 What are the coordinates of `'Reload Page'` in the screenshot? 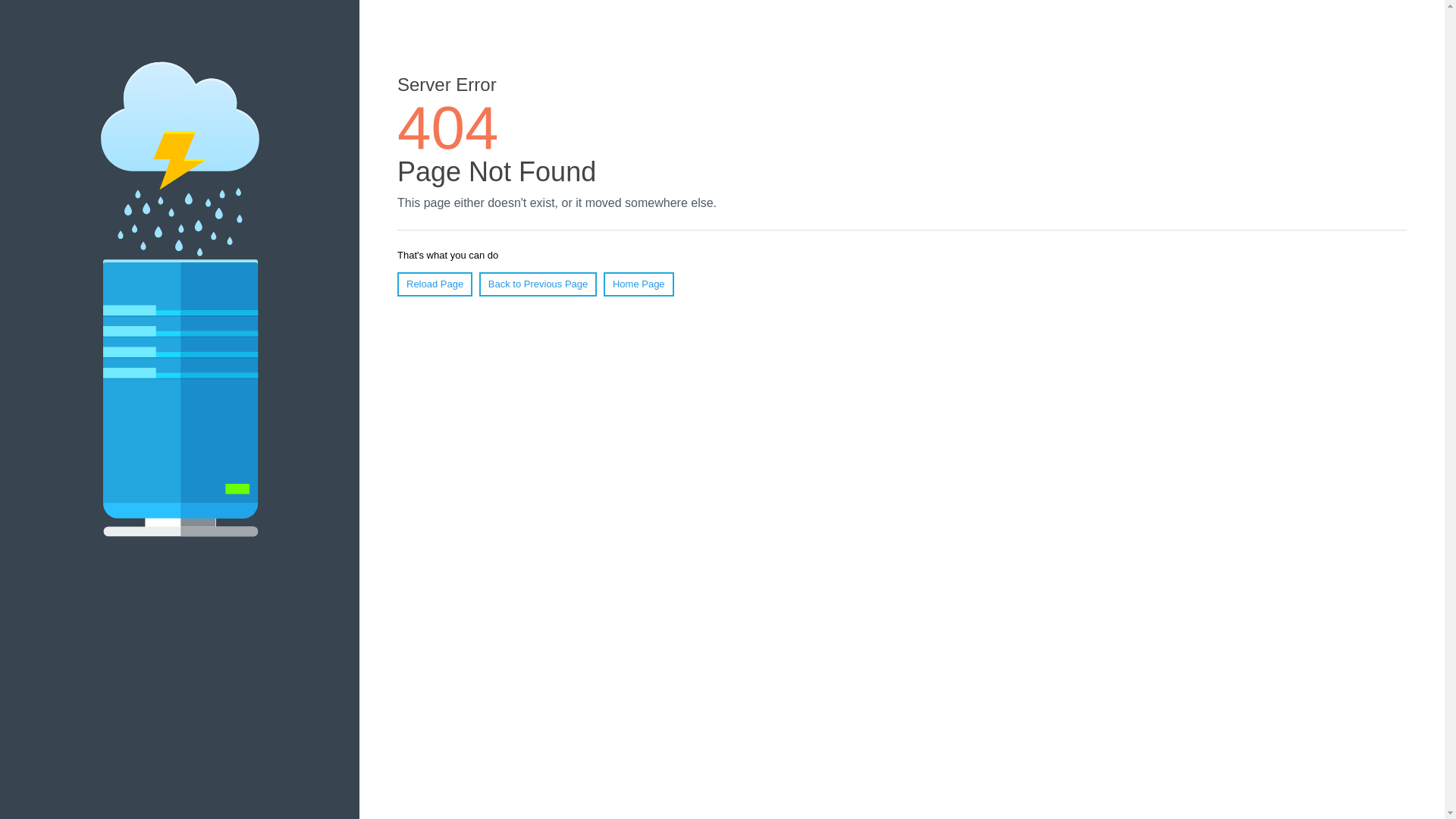 It's located at (434, 284).